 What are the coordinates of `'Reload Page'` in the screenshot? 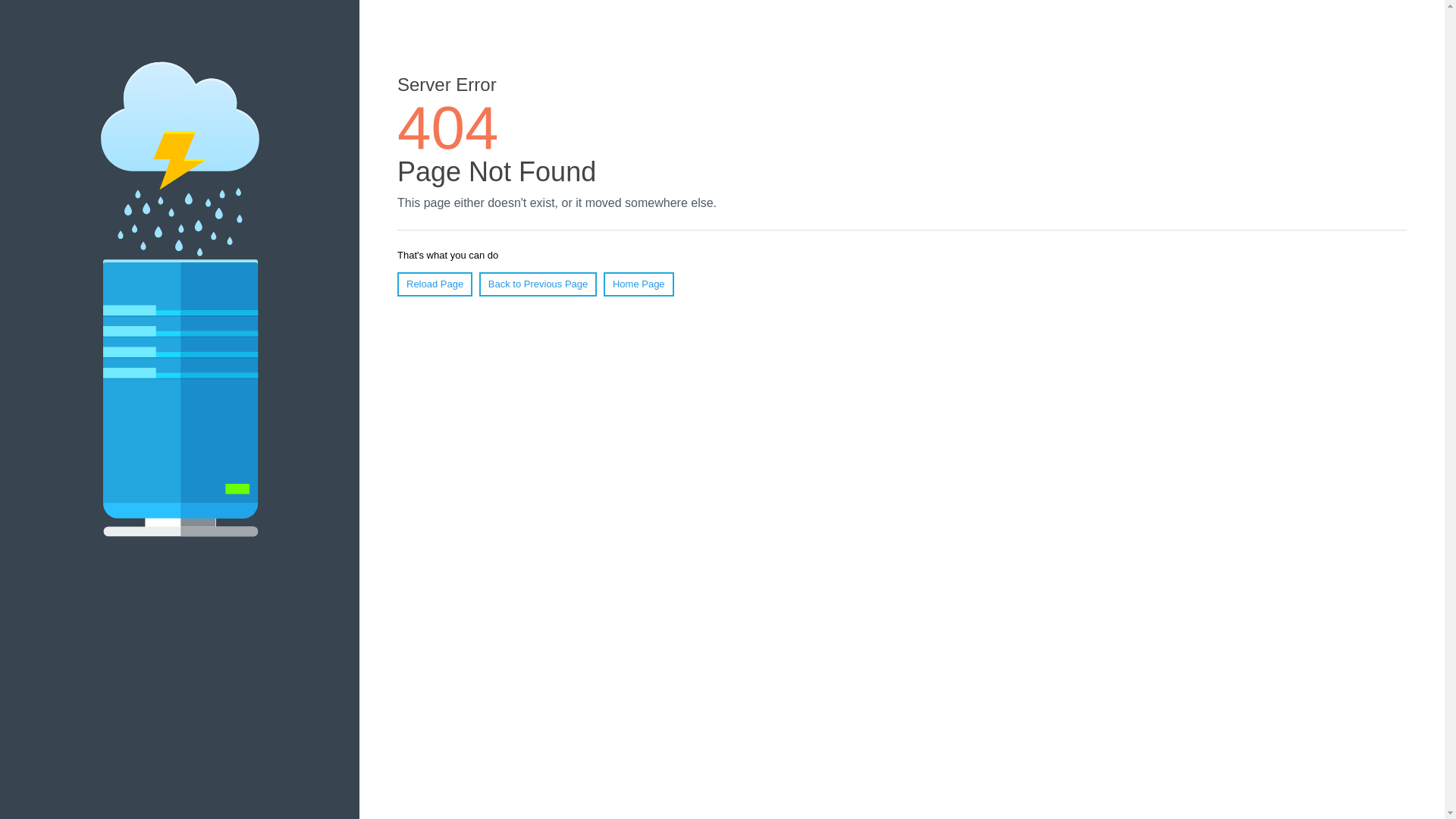 It's located at (434, 284).